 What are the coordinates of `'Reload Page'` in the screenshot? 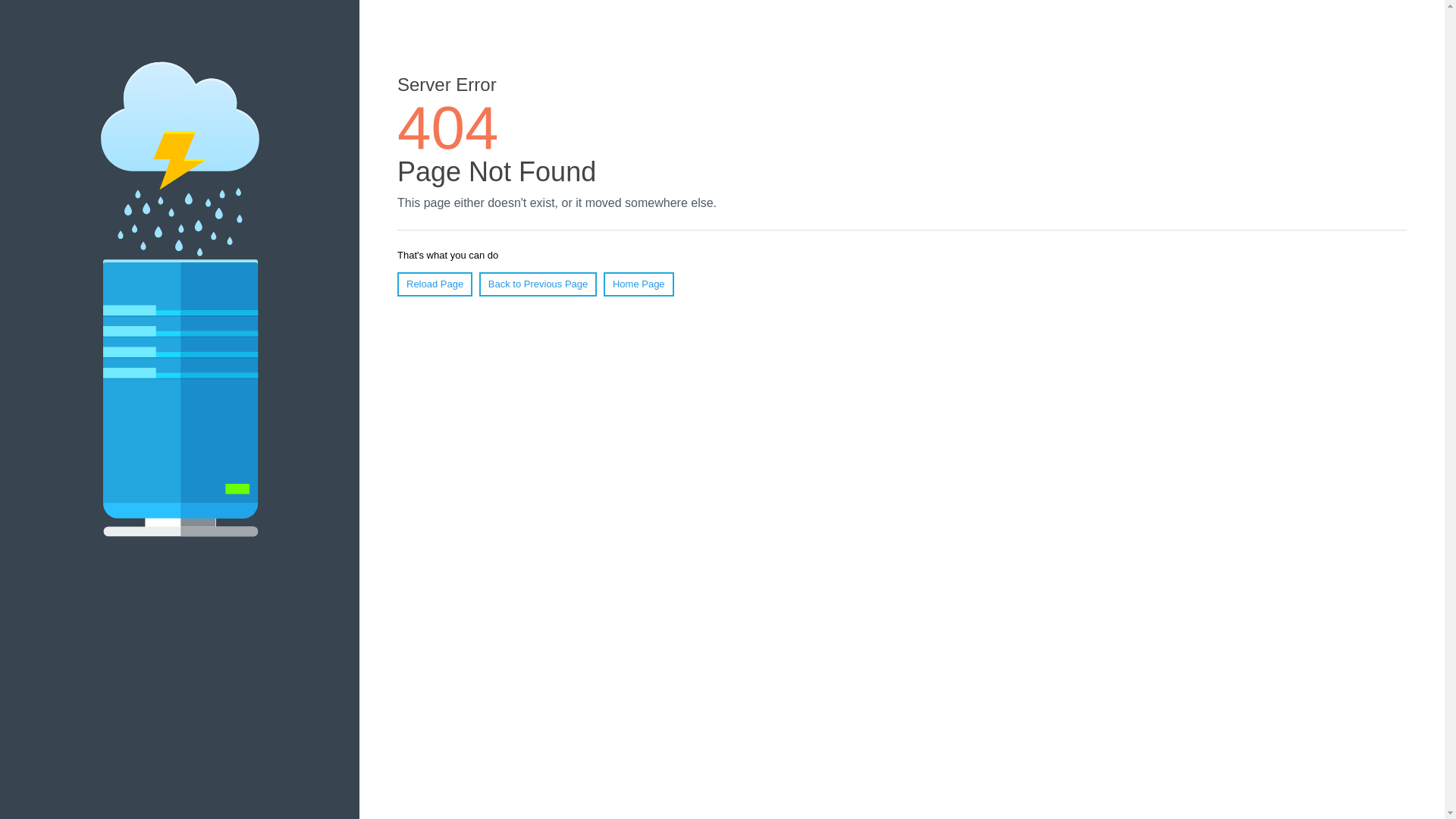 It's located at (434, 284).